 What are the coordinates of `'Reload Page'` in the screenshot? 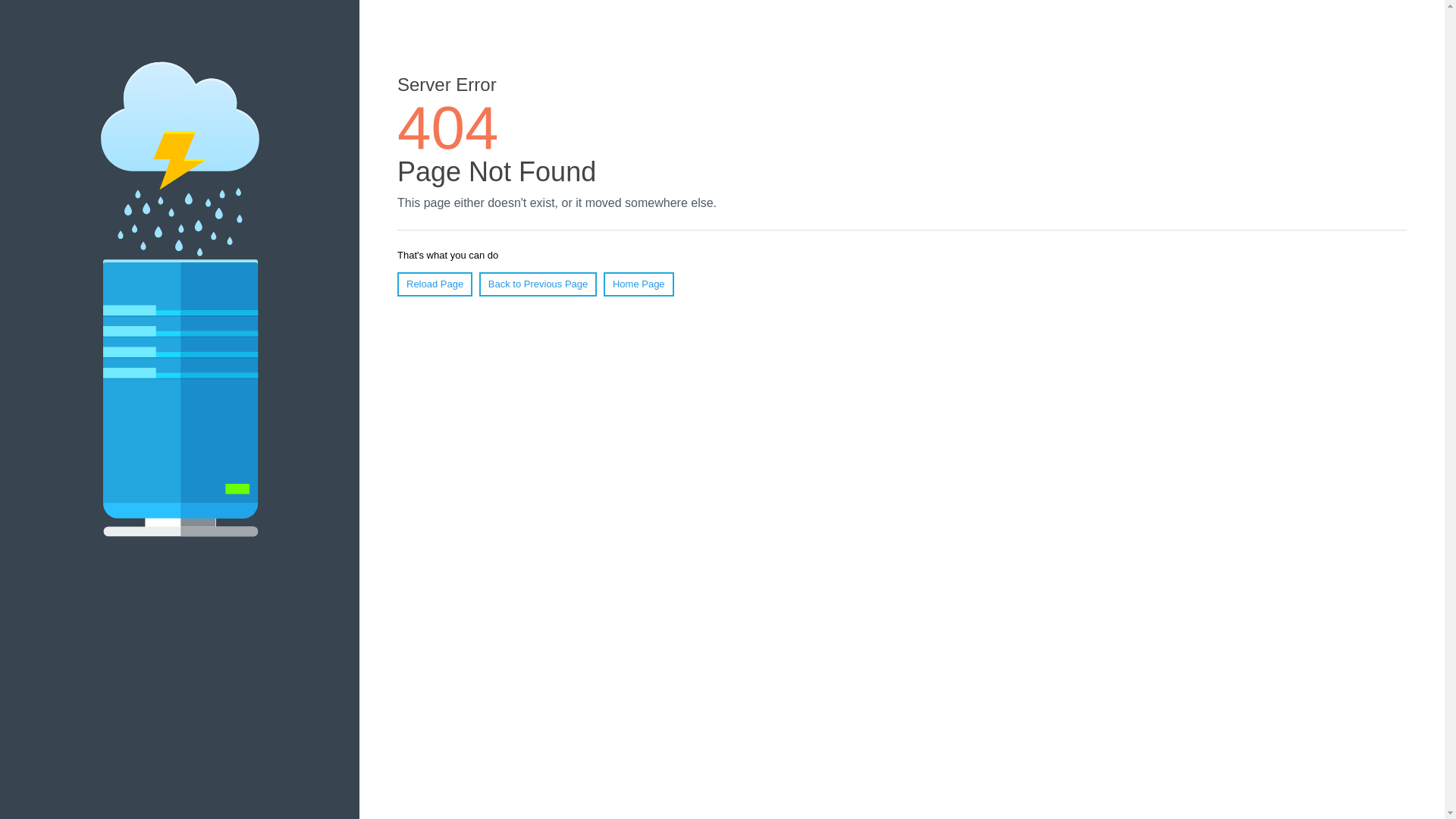 It's located at (434, 284).